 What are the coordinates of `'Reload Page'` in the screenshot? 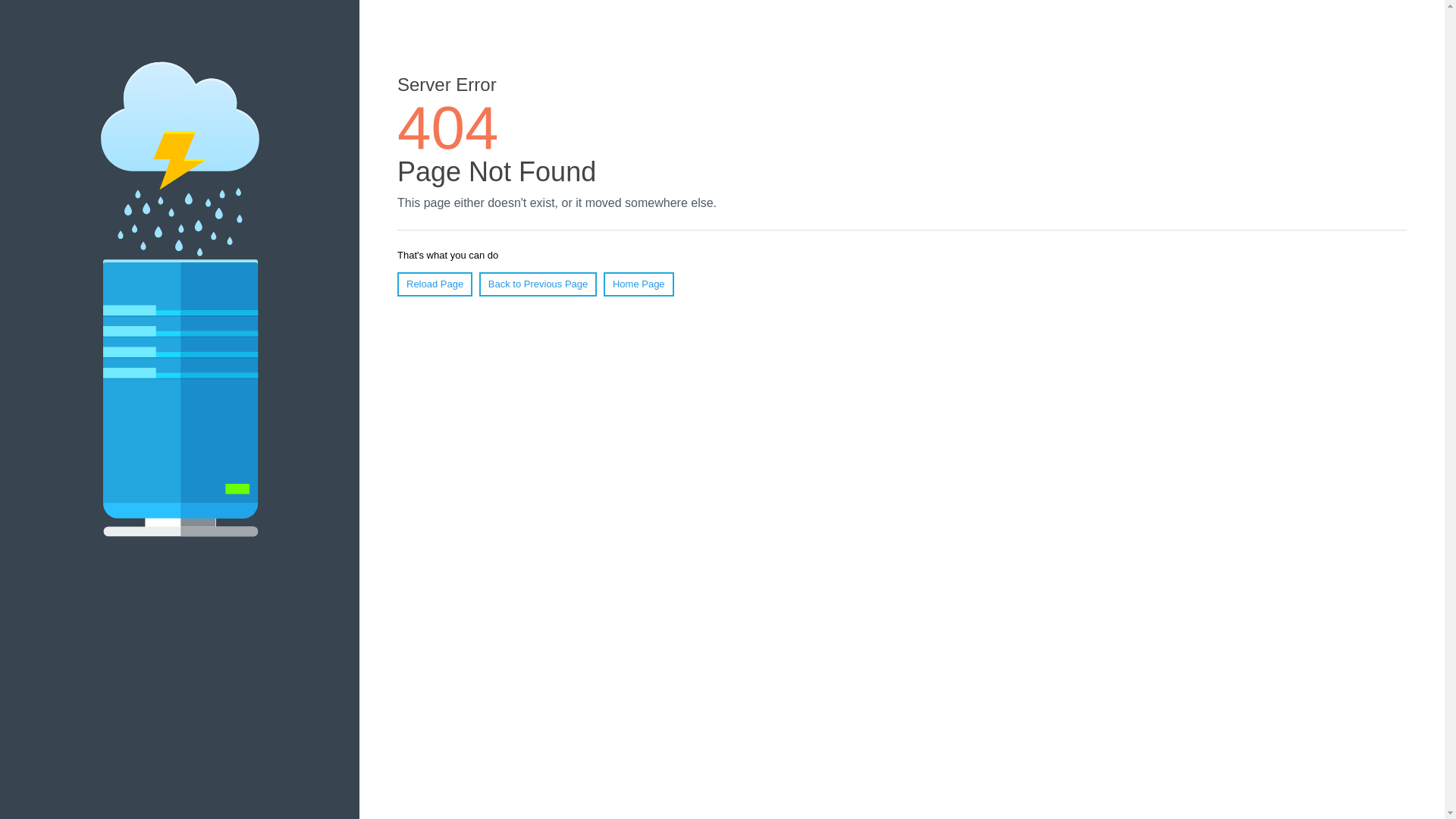 It's located at (434, 284).